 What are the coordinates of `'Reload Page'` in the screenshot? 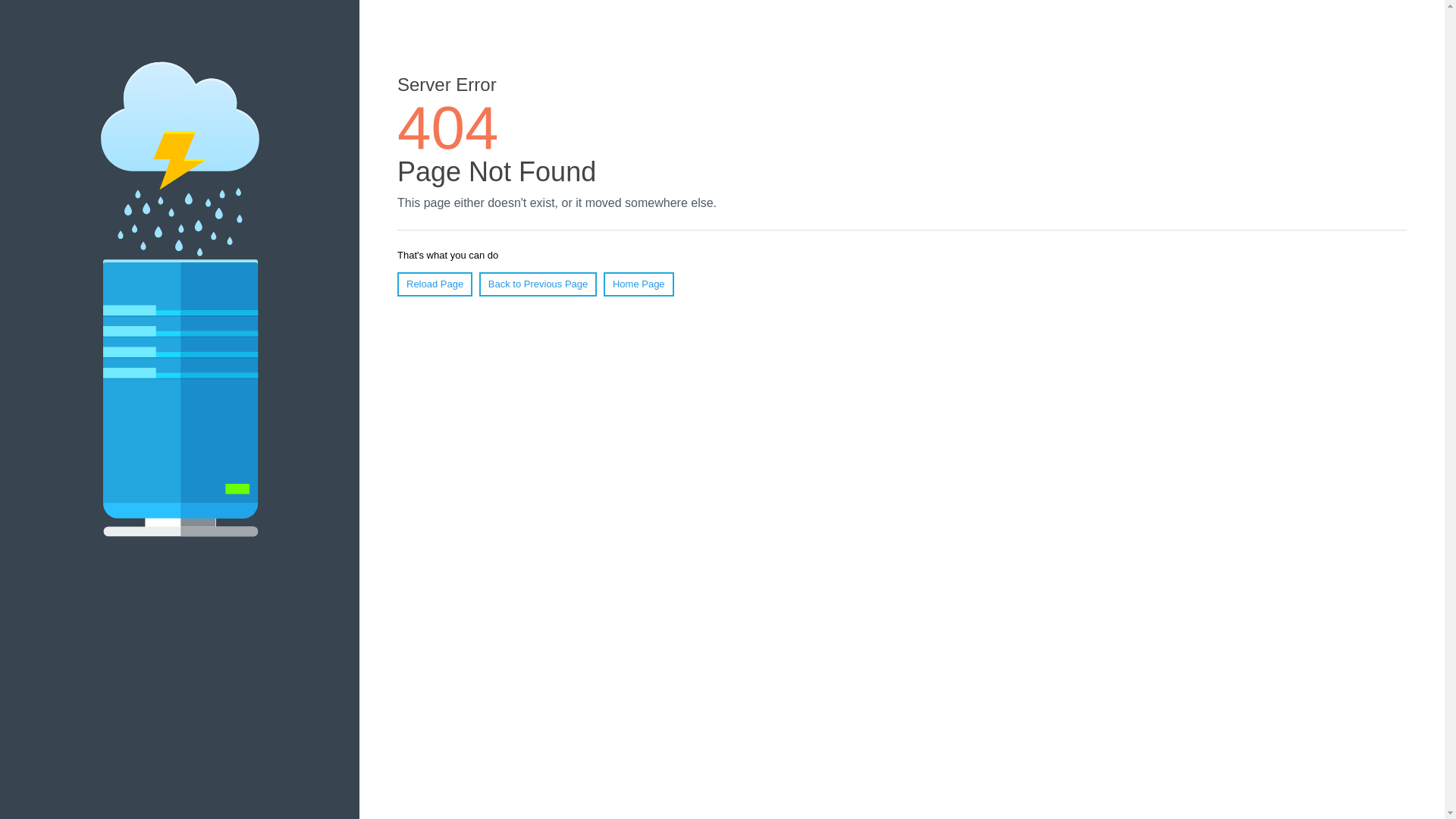 It's located at (434, 284).